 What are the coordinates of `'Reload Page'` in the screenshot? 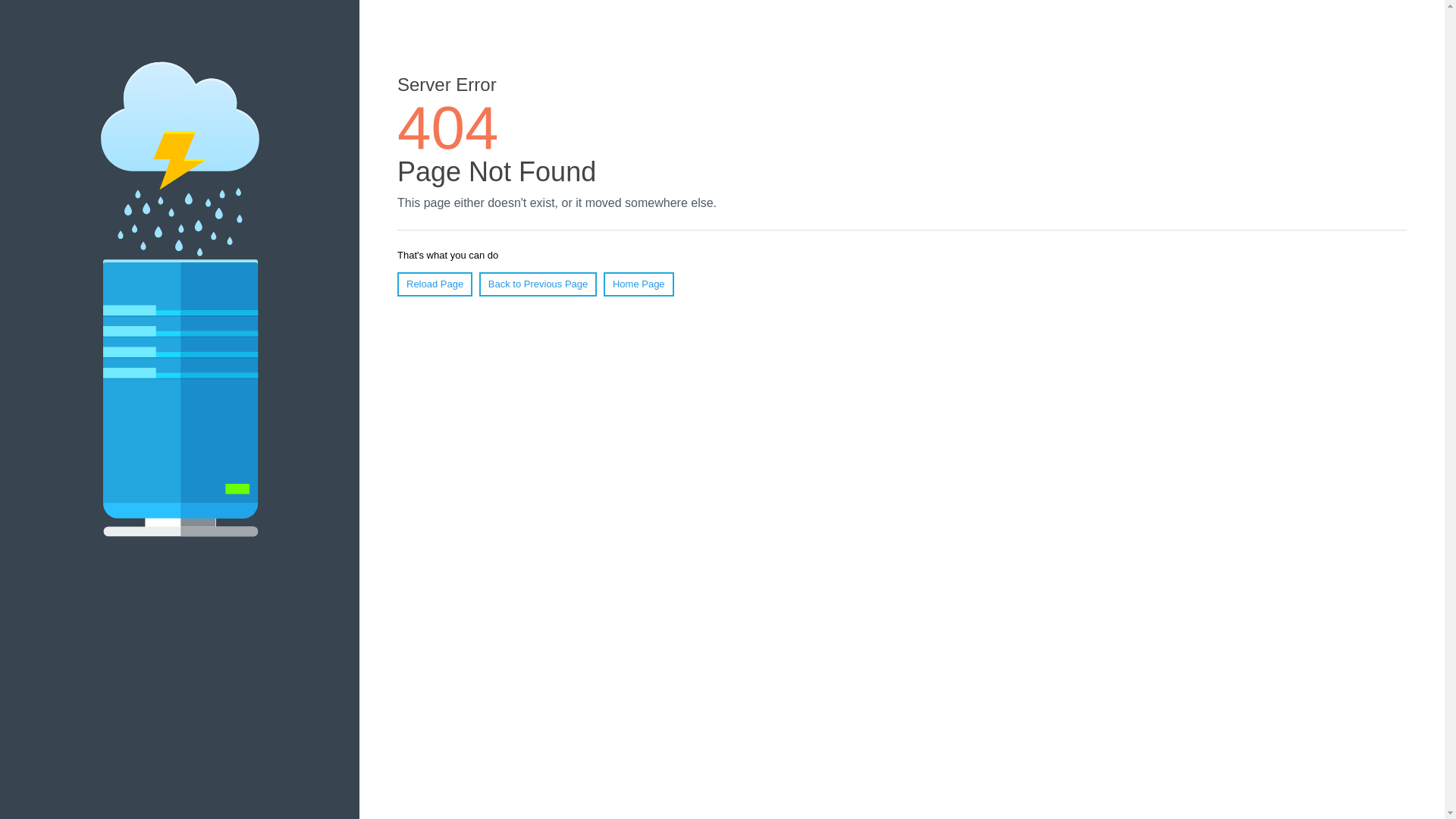 It's located at (434, 284).